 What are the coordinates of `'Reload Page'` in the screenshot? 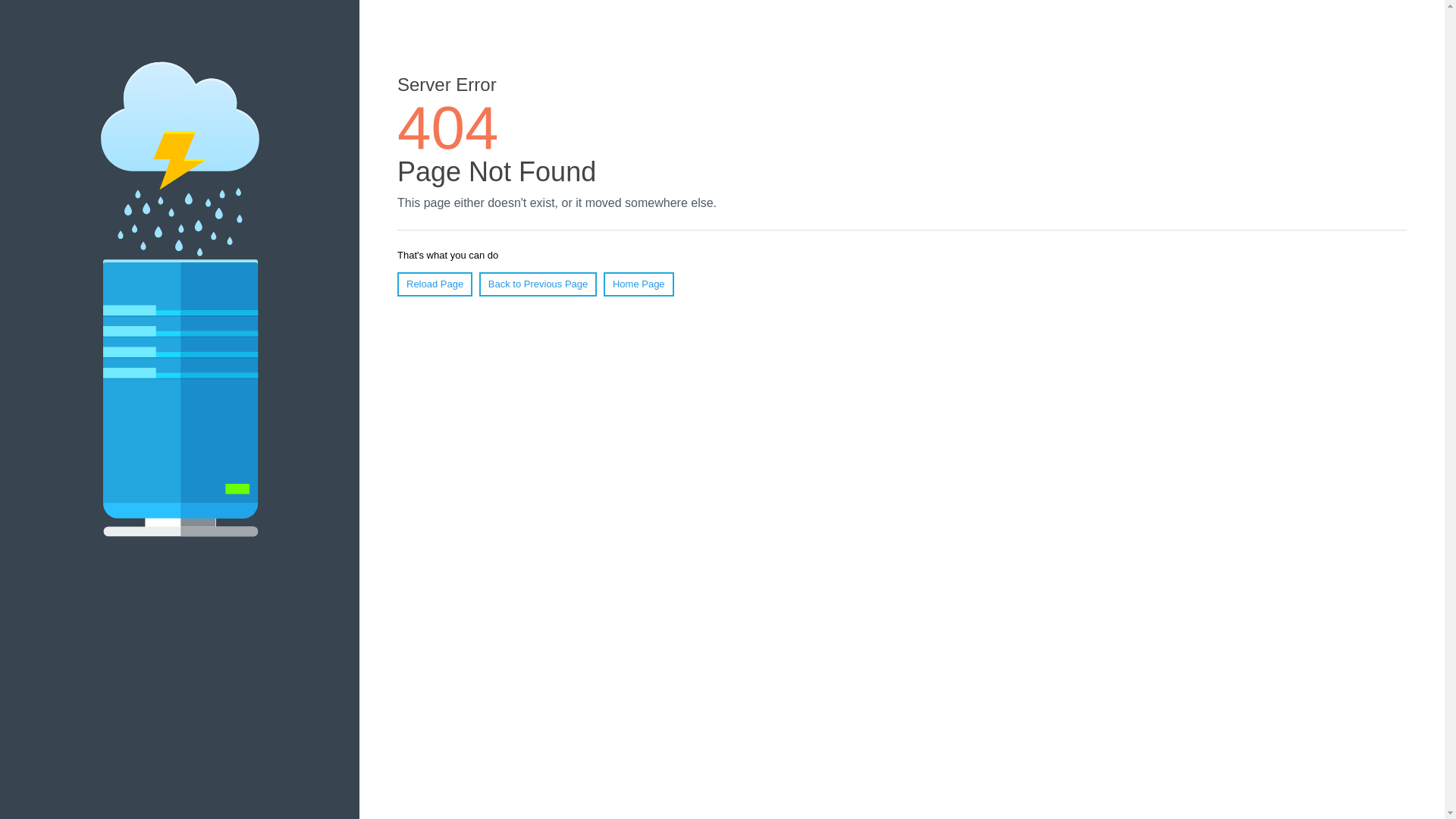 It's located at (434, 284).